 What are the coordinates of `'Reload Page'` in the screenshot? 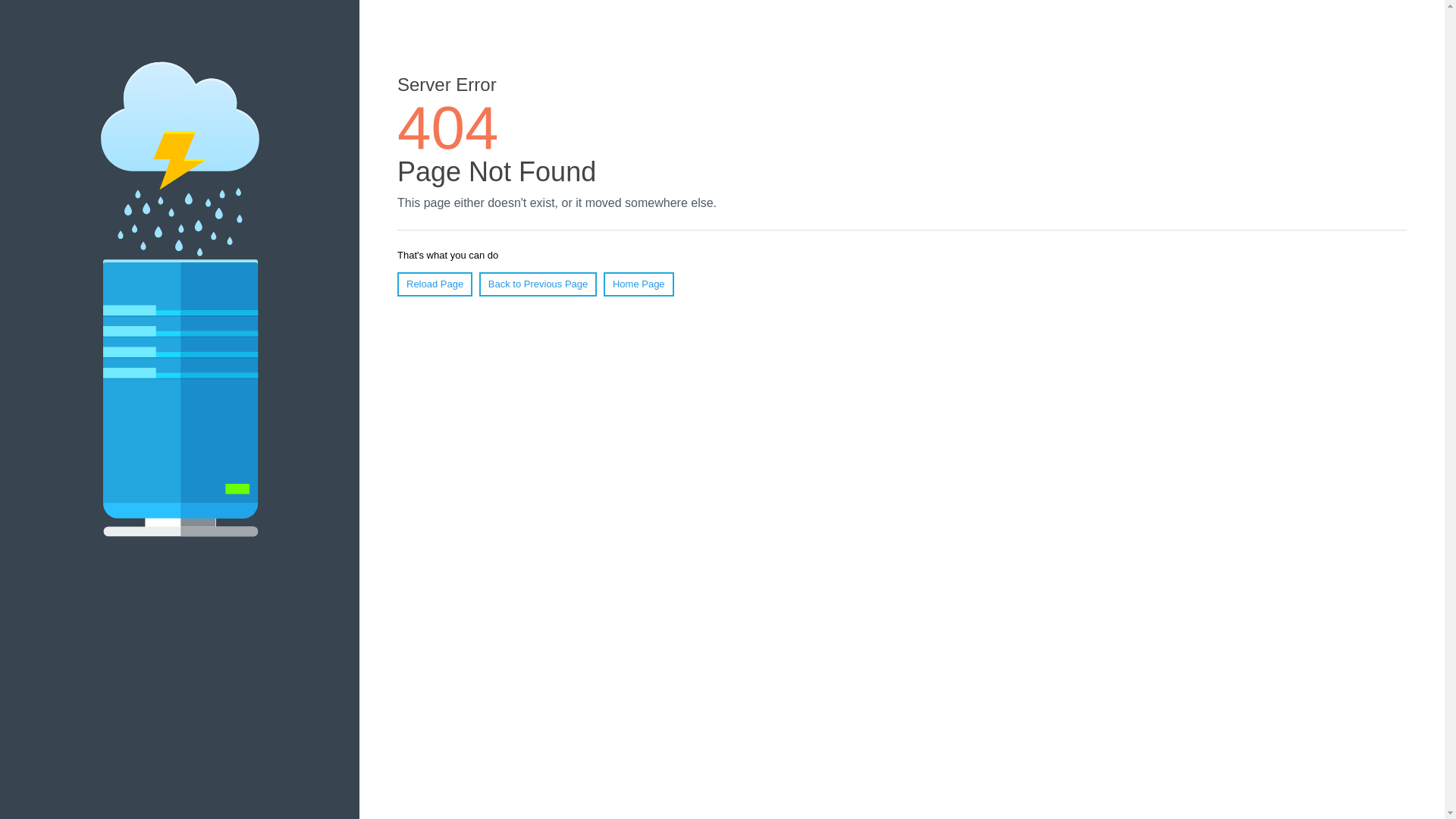 It's located at (434, 284).